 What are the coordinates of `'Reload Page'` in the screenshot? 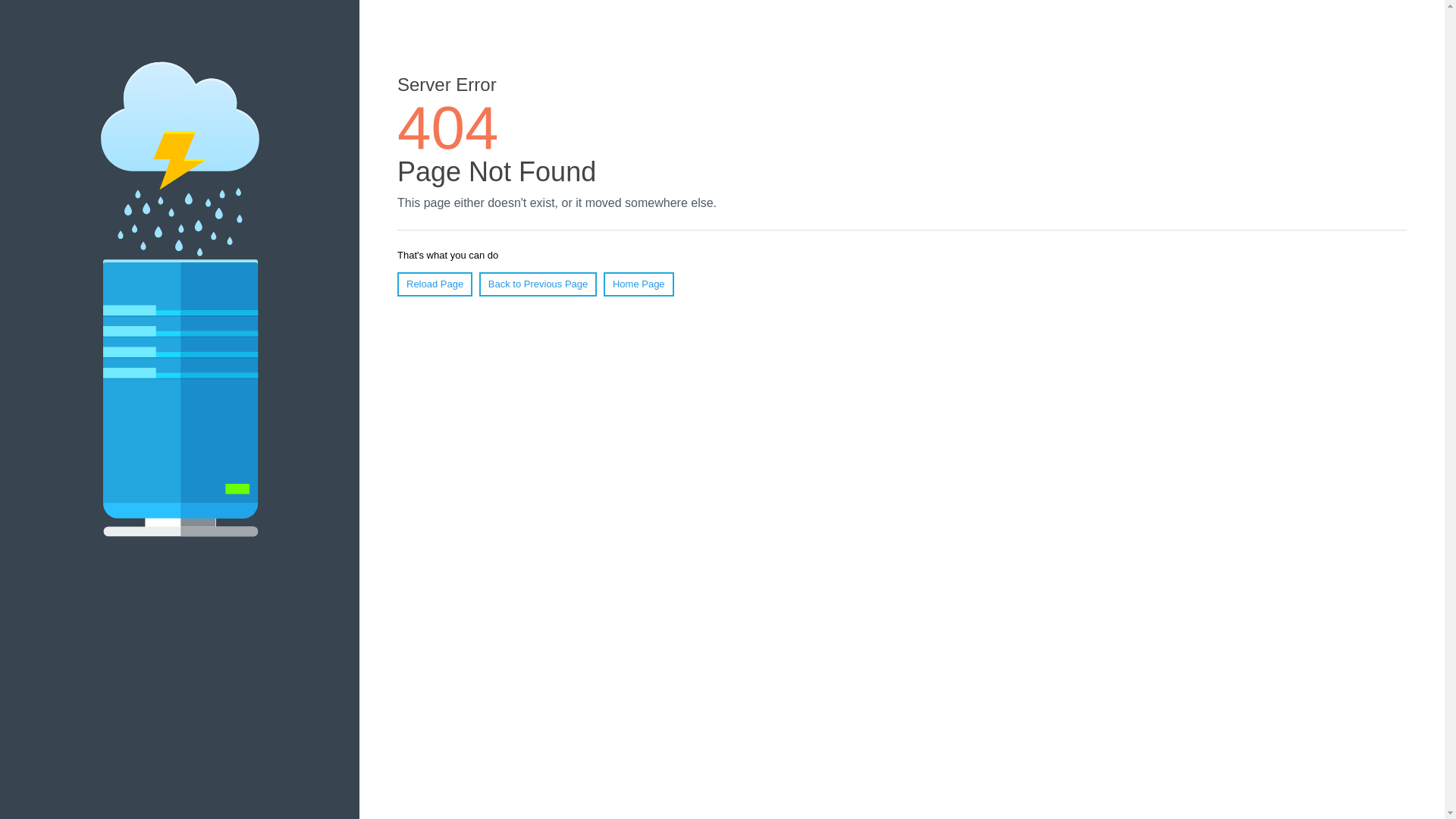 It's located at (434, 284).